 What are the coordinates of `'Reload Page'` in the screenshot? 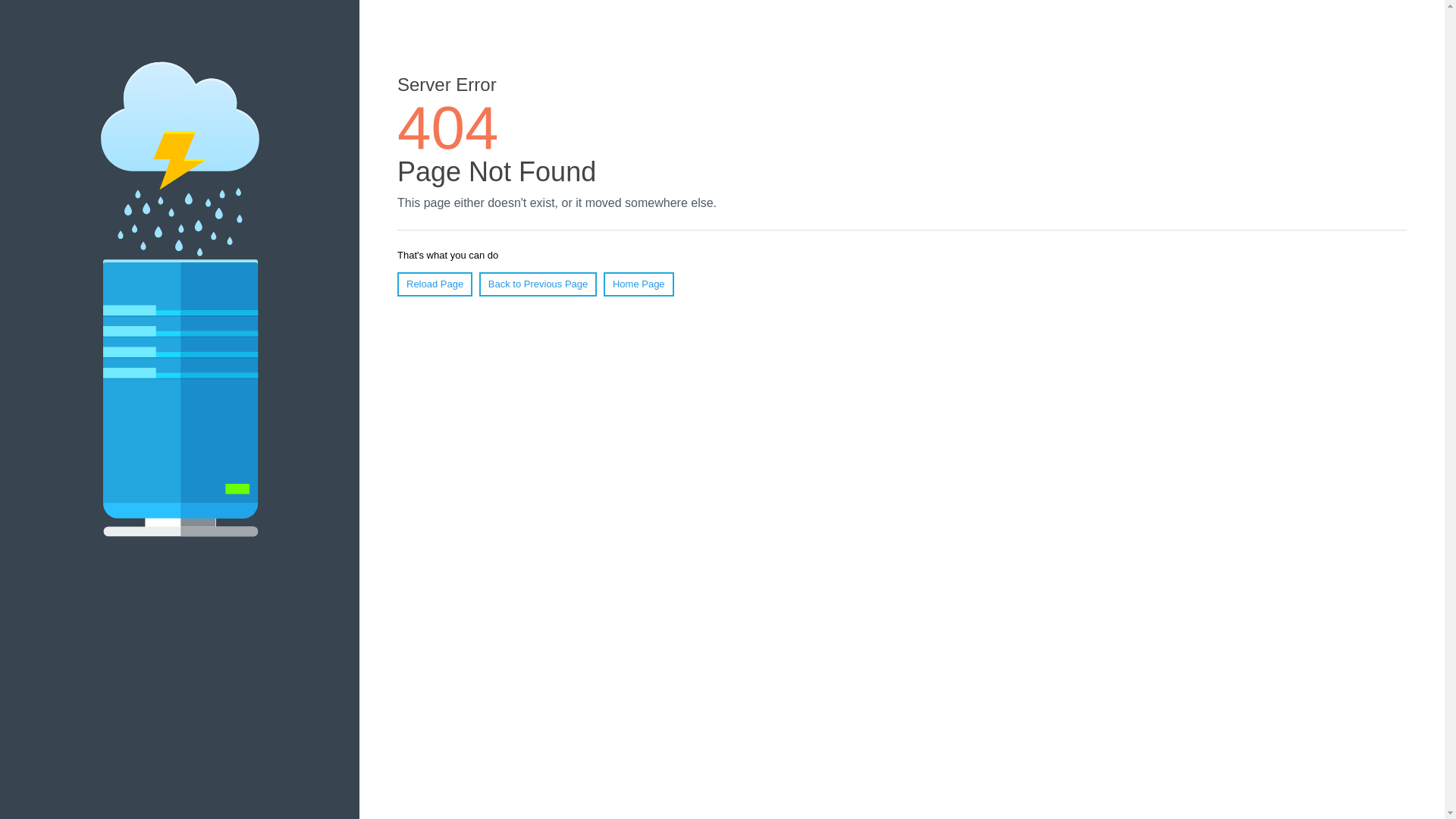 It's located at (434, 284).